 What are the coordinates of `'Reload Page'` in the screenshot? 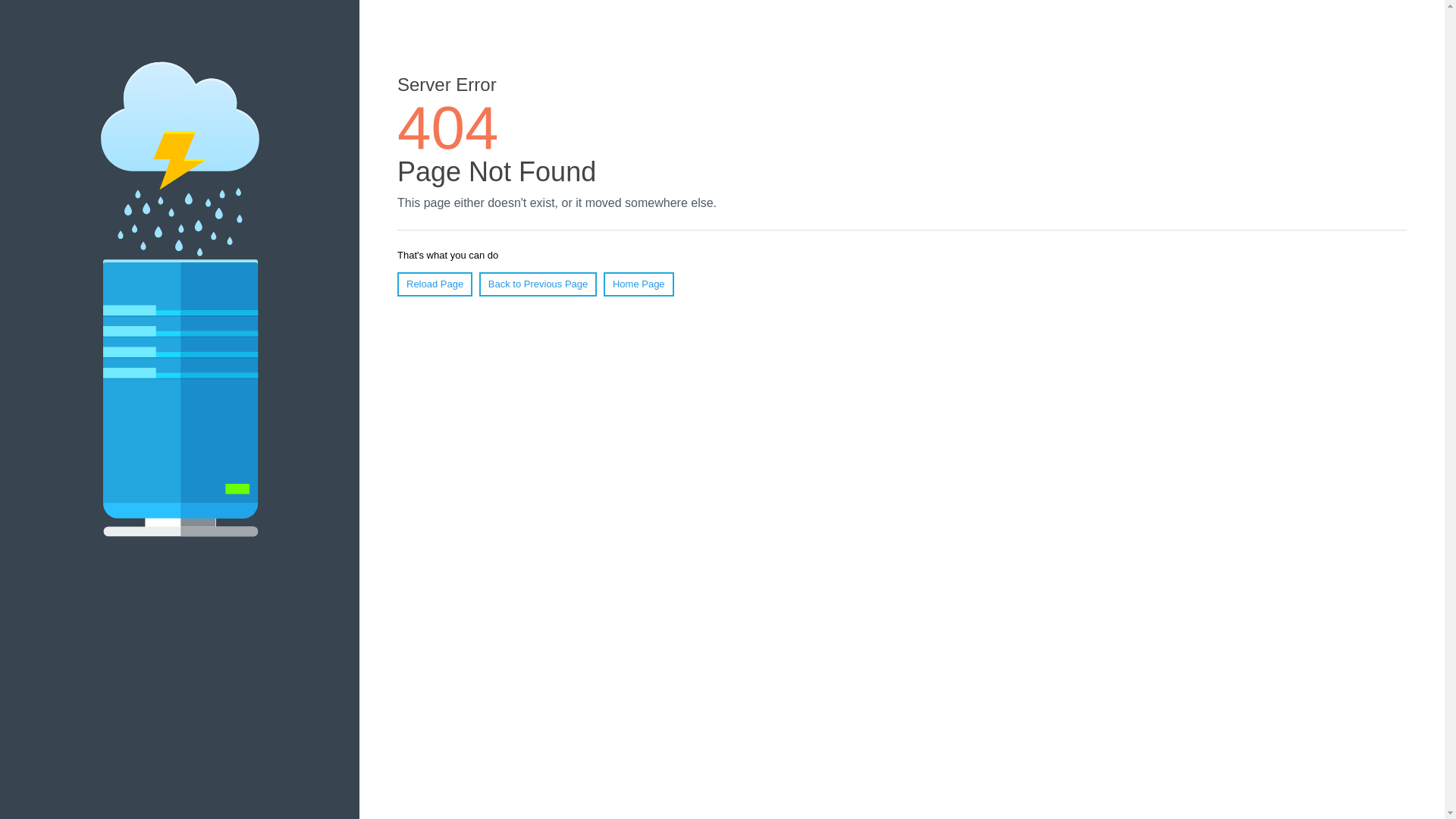 It's located at (434, 284).